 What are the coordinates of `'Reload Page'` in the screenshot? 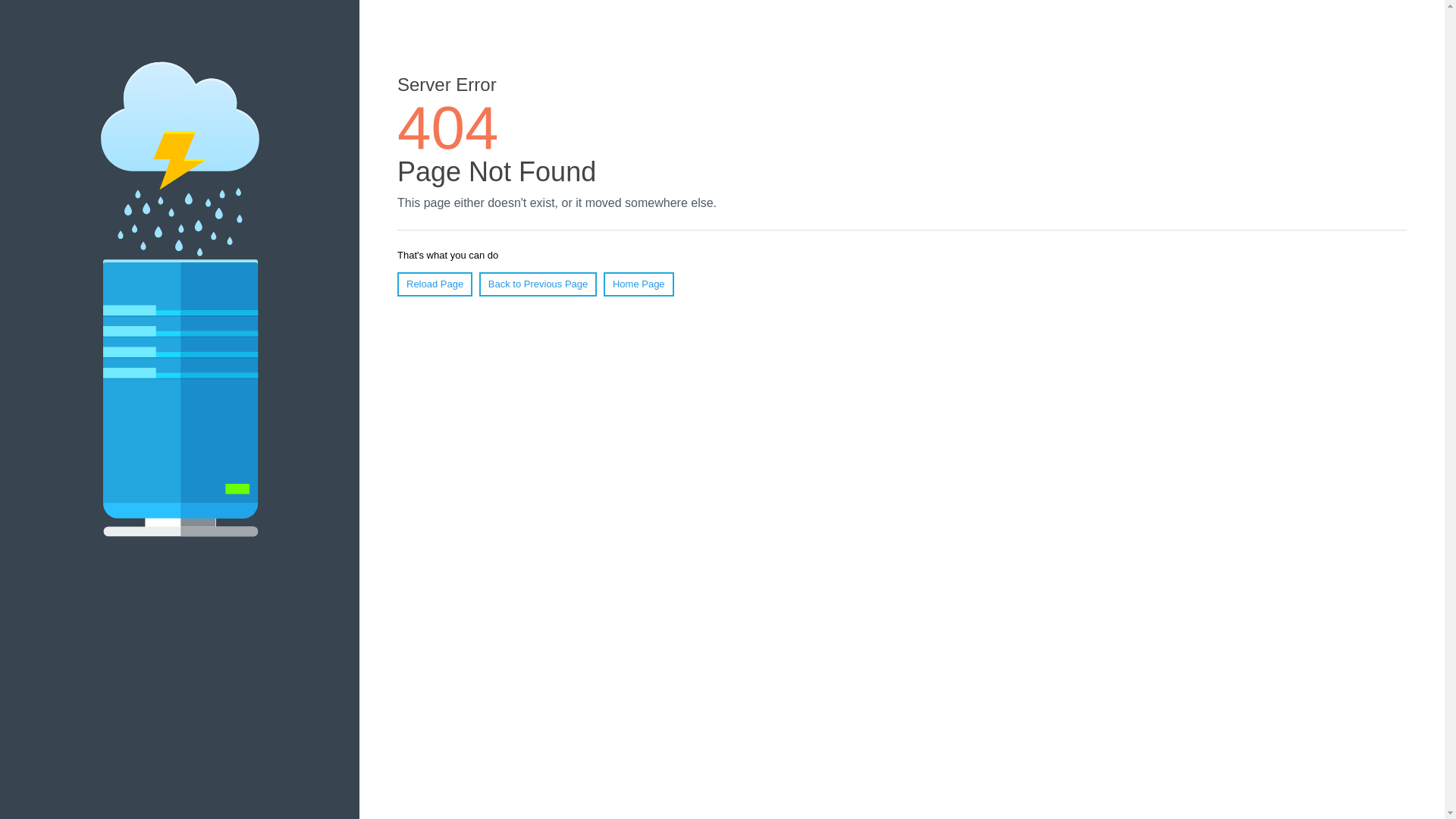 It's located at (434, 284).